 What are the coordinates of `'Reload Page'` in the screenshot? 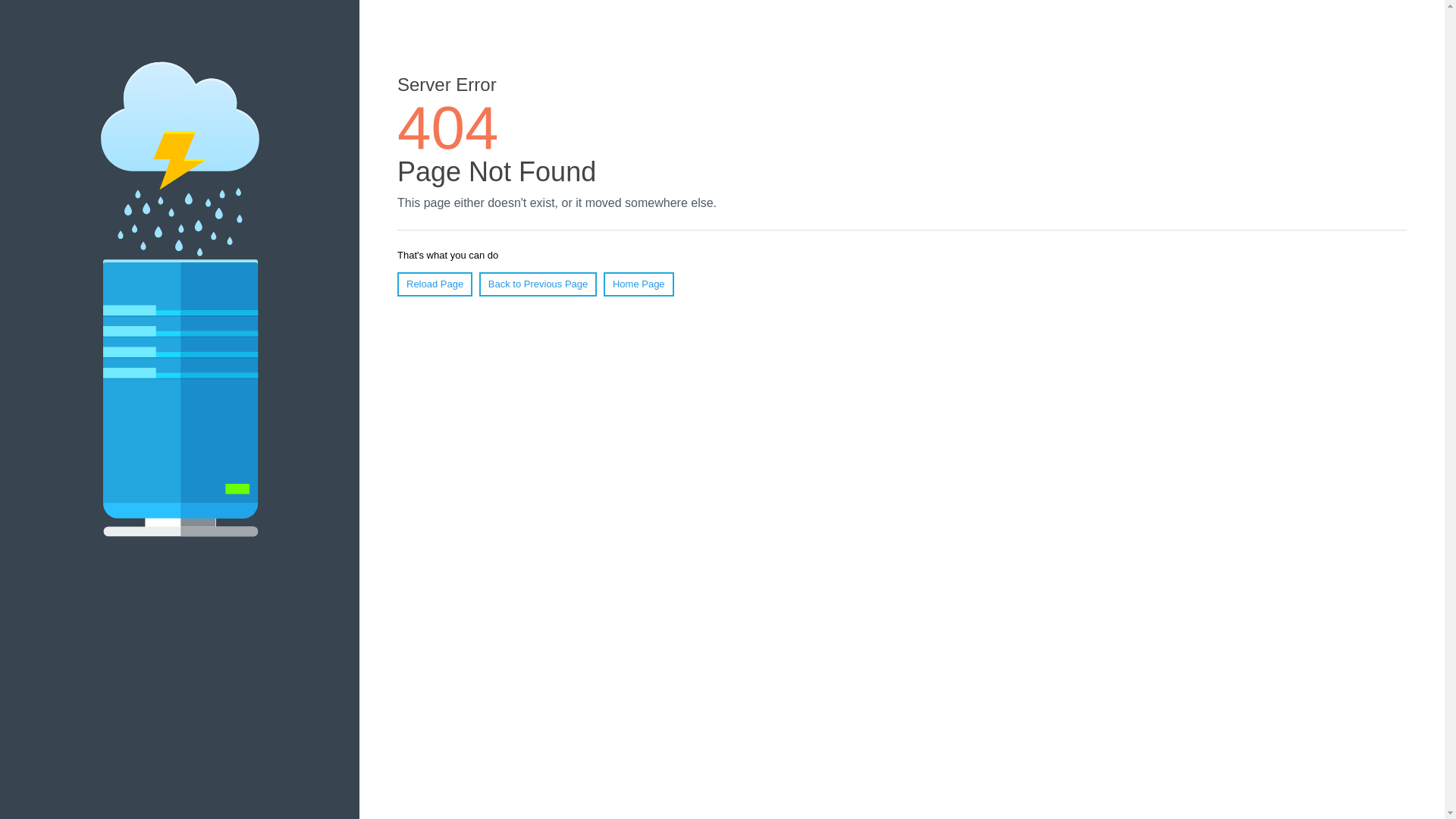 It's located at (434, 284).